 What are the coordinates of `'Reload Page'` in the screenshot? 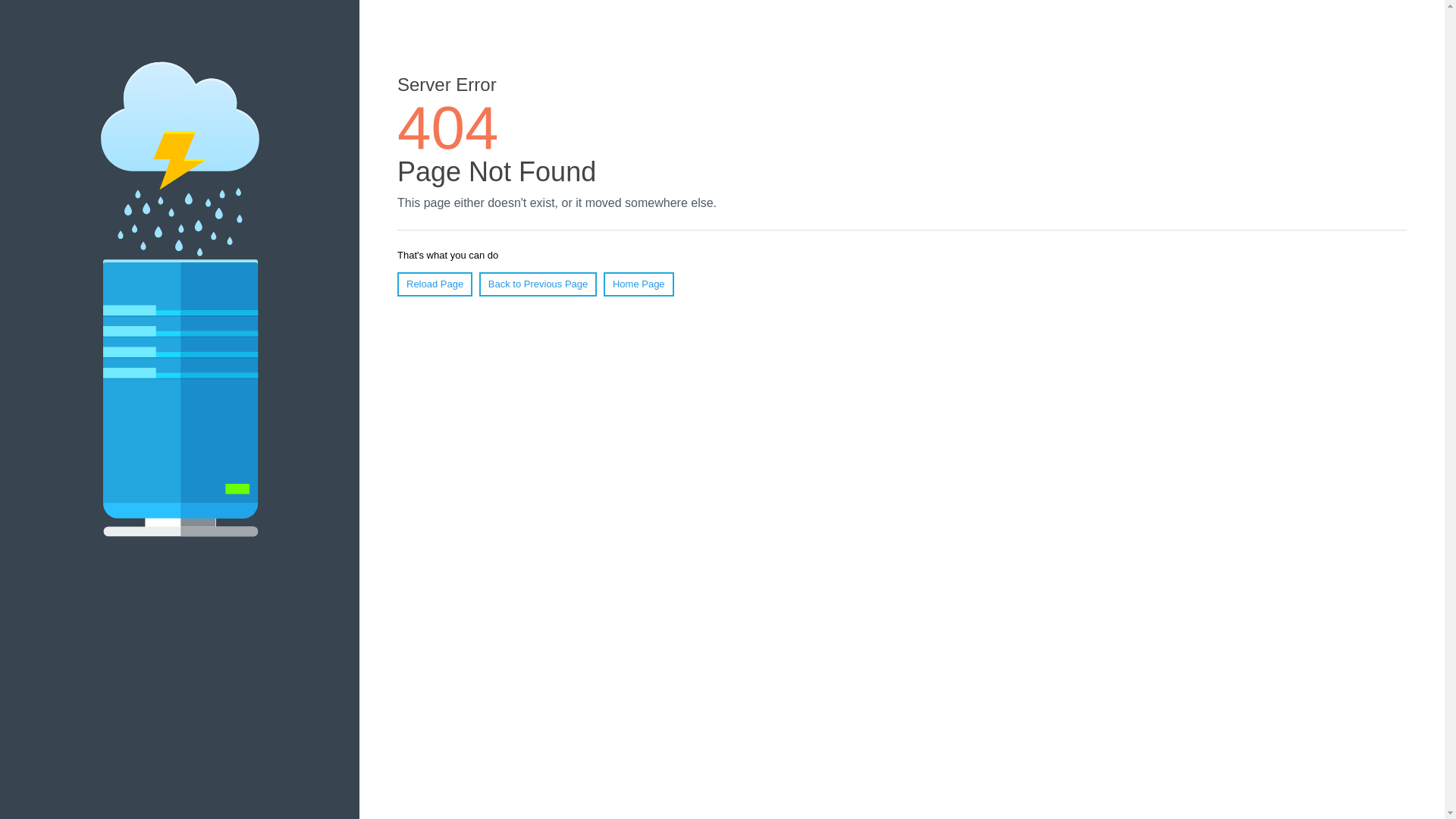 It's located at (434, 284).